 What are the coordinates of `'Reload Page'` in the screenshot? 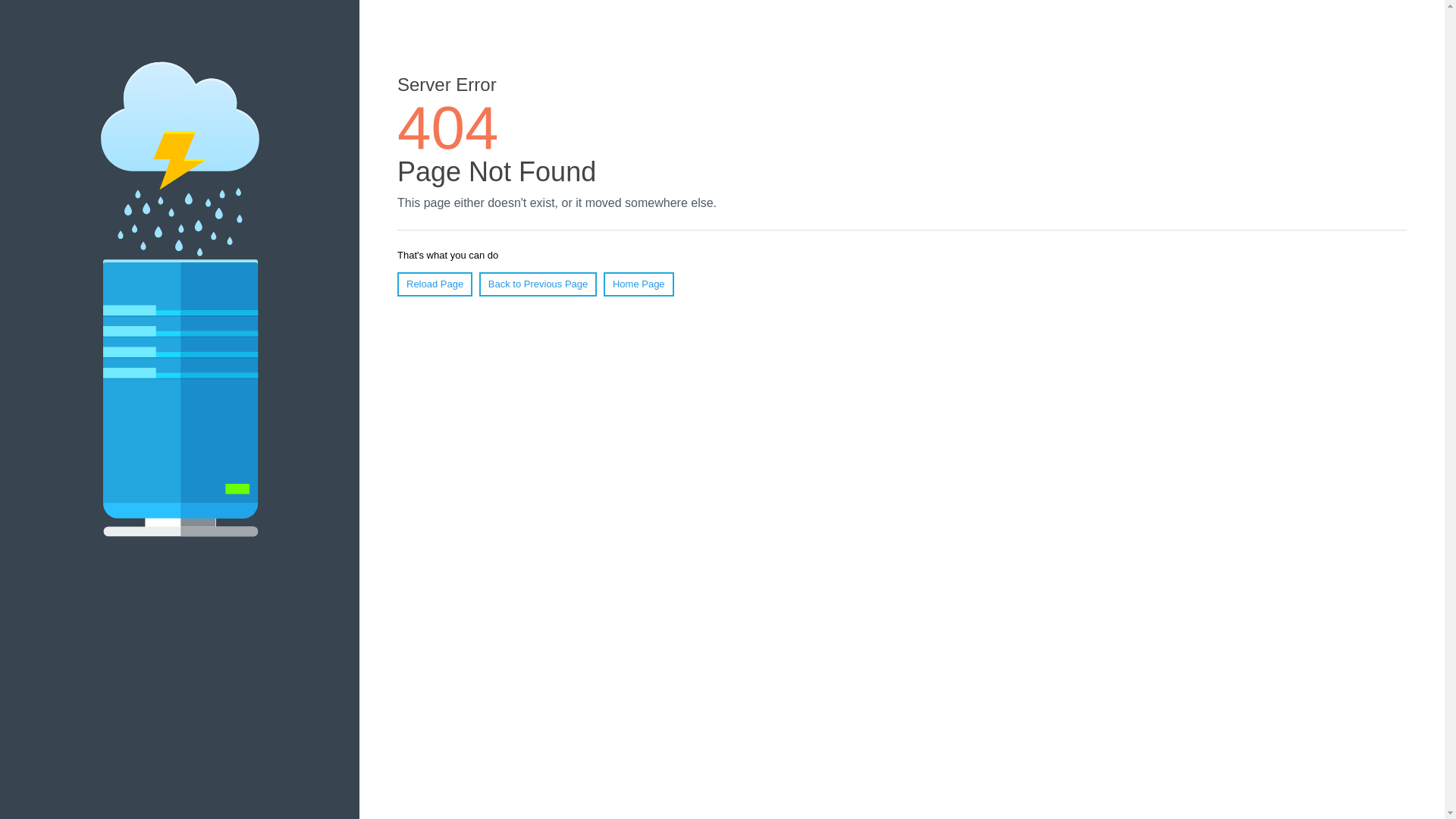 It's located at (434, 284).